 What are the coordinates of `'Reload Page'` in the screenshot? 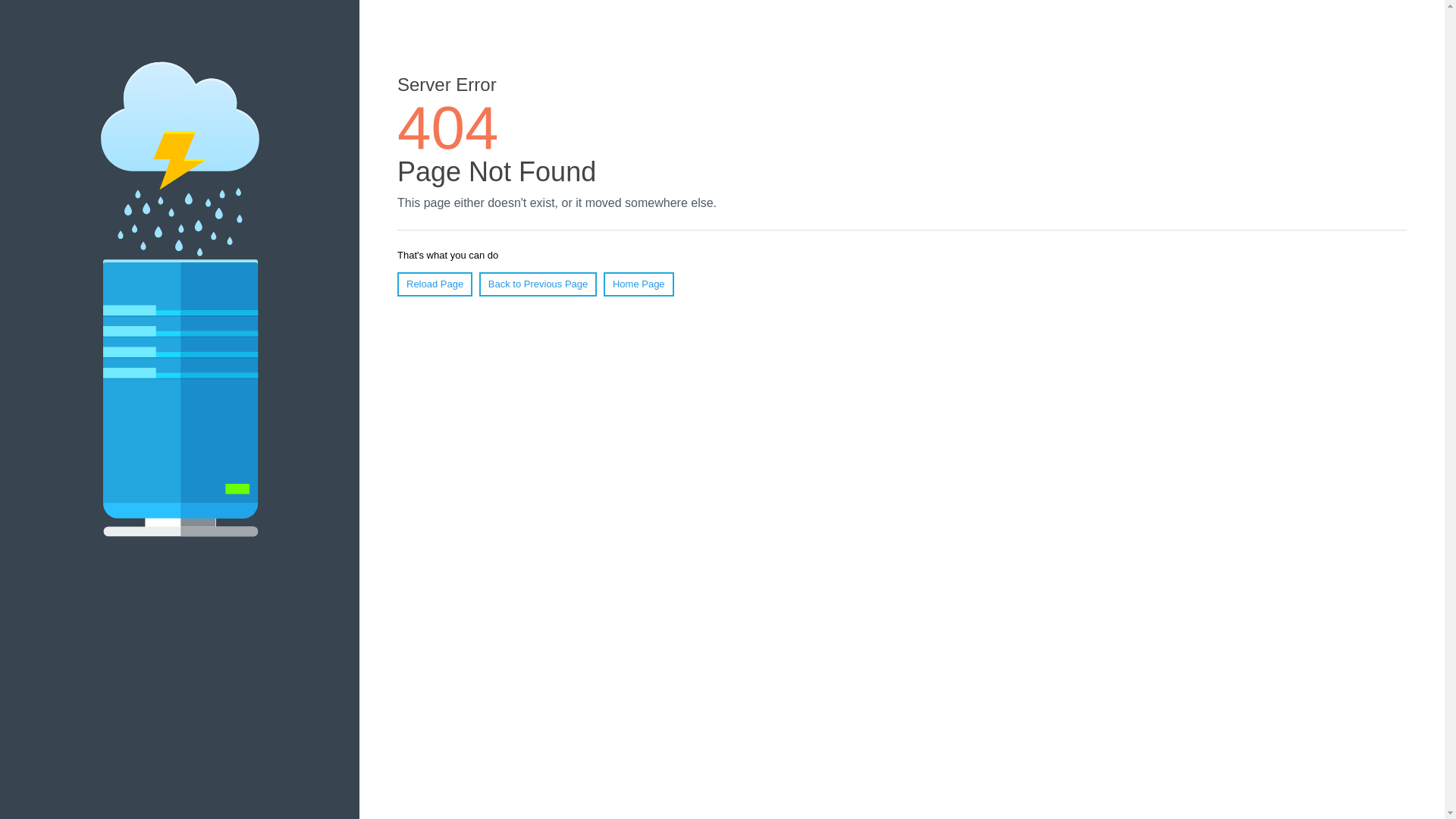 It's located at (434, 284).